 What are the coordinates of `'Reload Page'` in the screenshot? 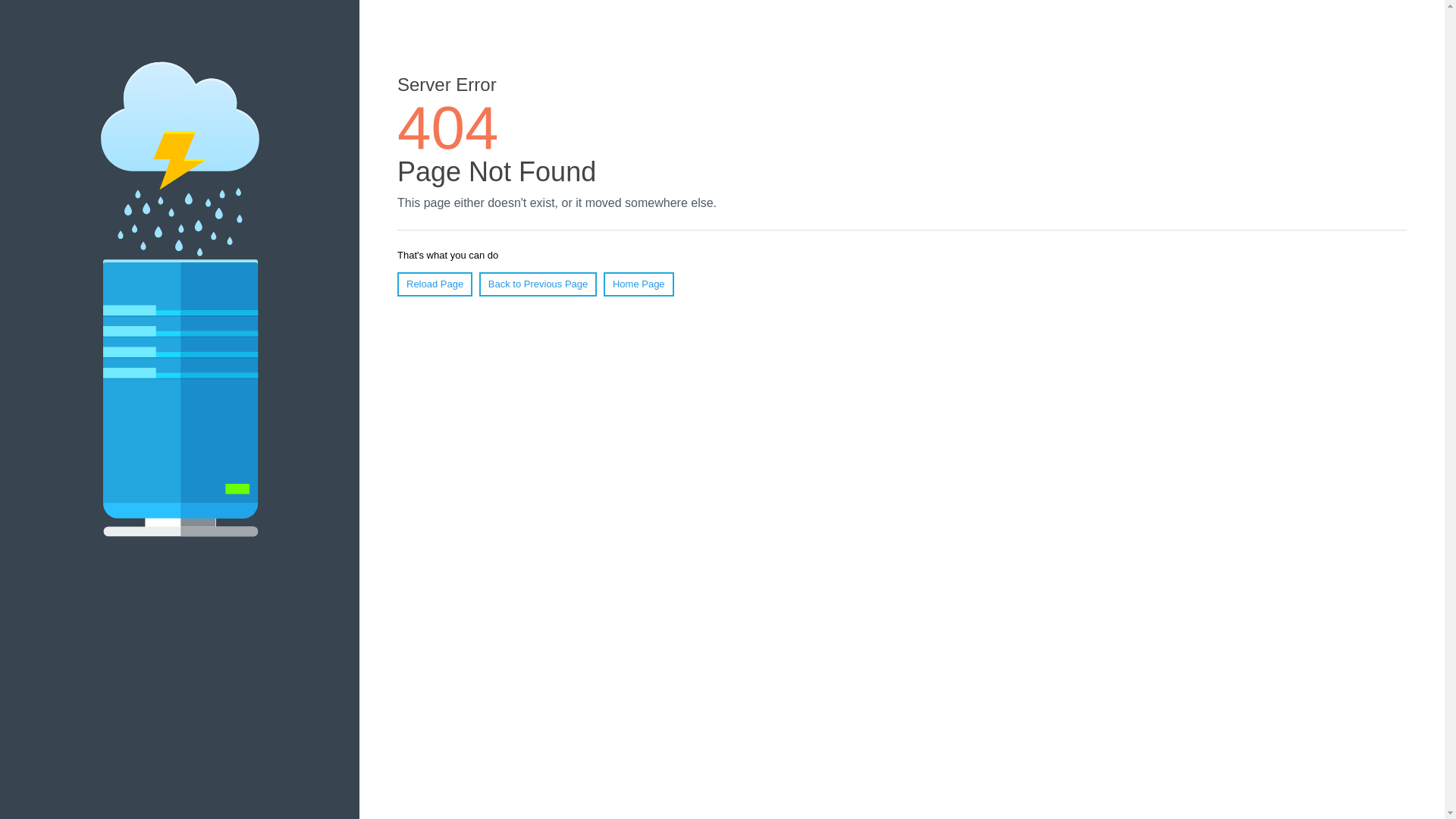 It's located at (434, 284).